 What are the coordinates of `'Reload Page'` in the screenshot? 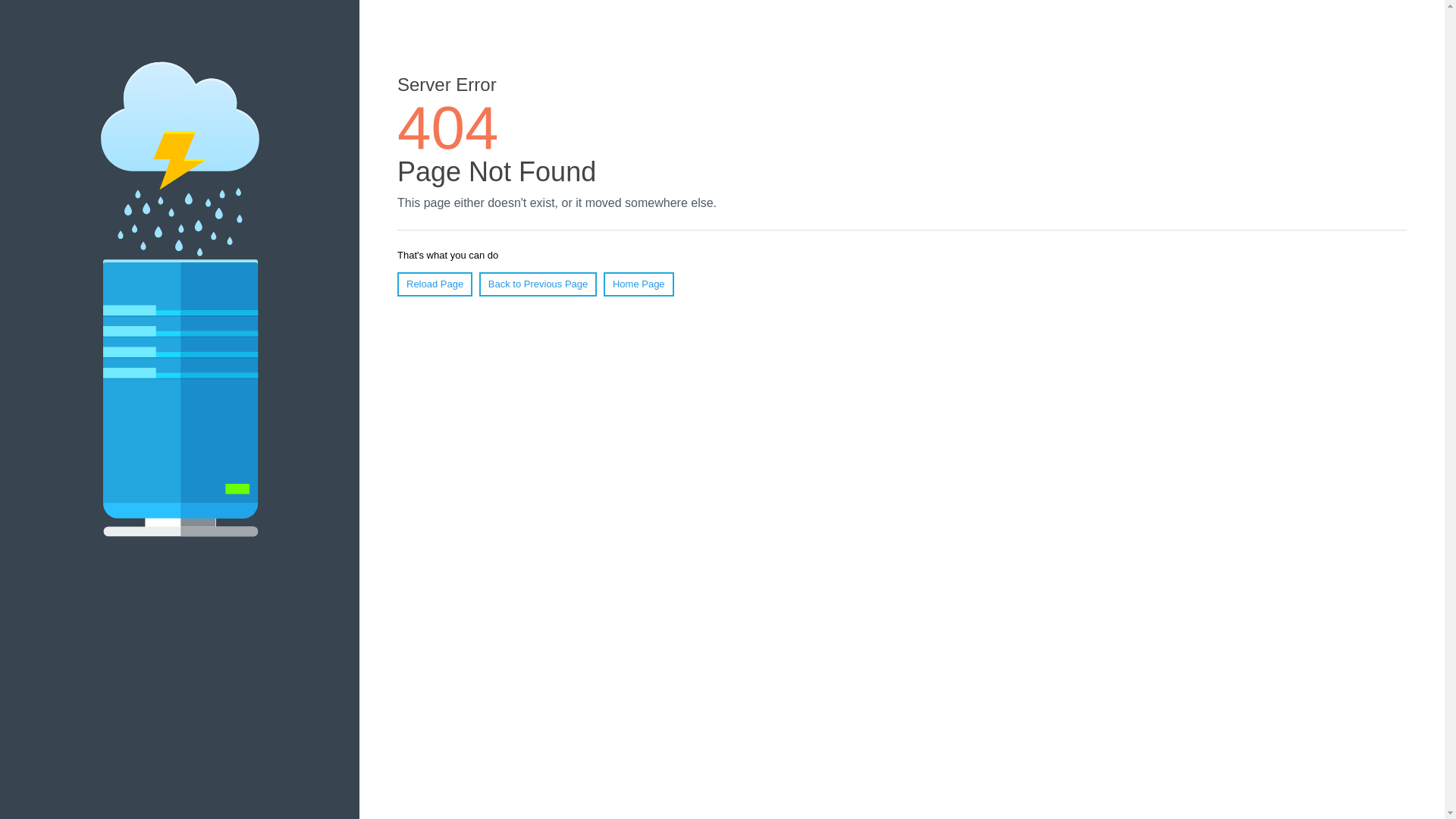 It's located at (434, 284).